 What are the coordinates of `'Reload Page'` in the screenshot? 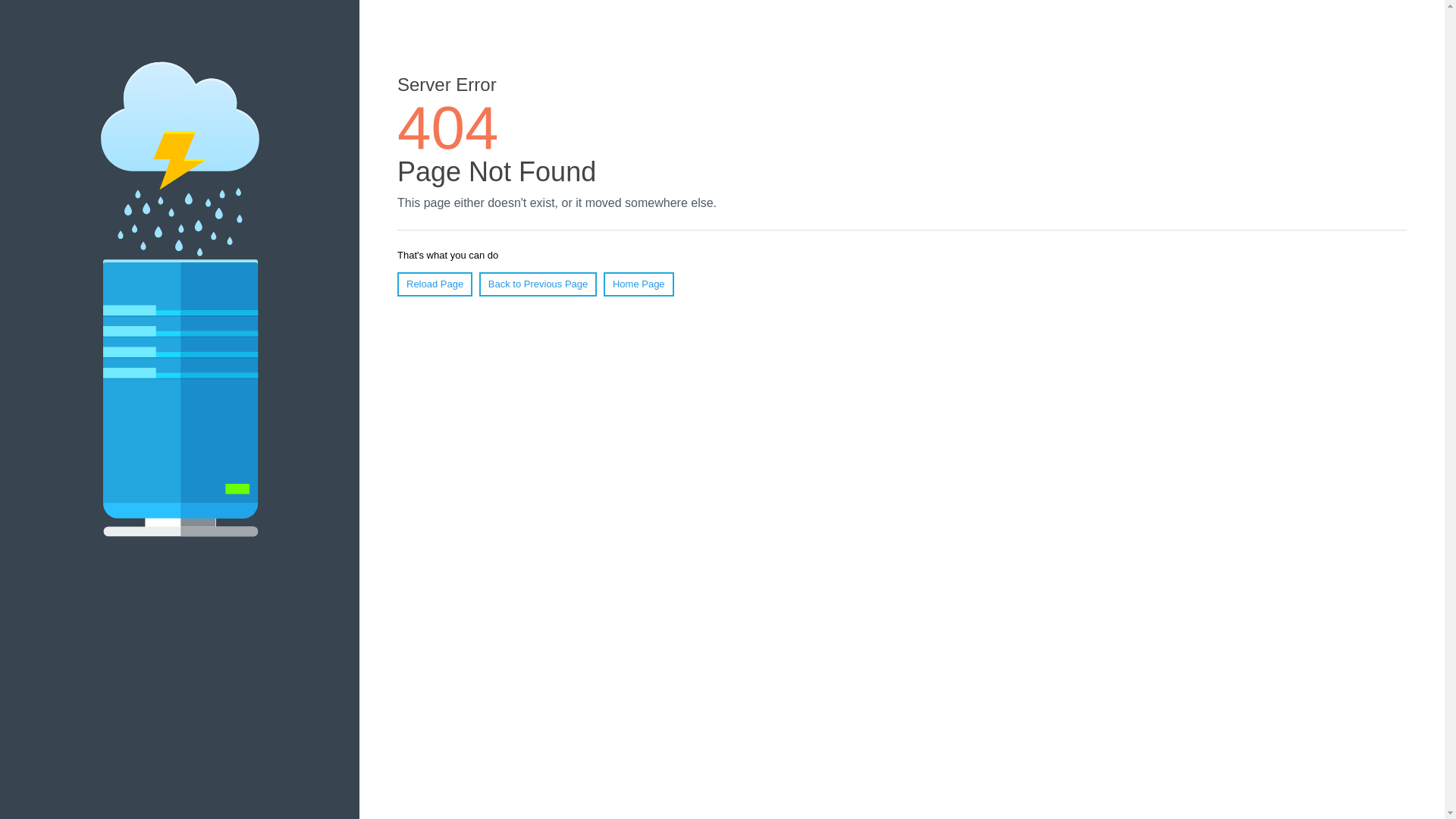 It's located at (434, 284).